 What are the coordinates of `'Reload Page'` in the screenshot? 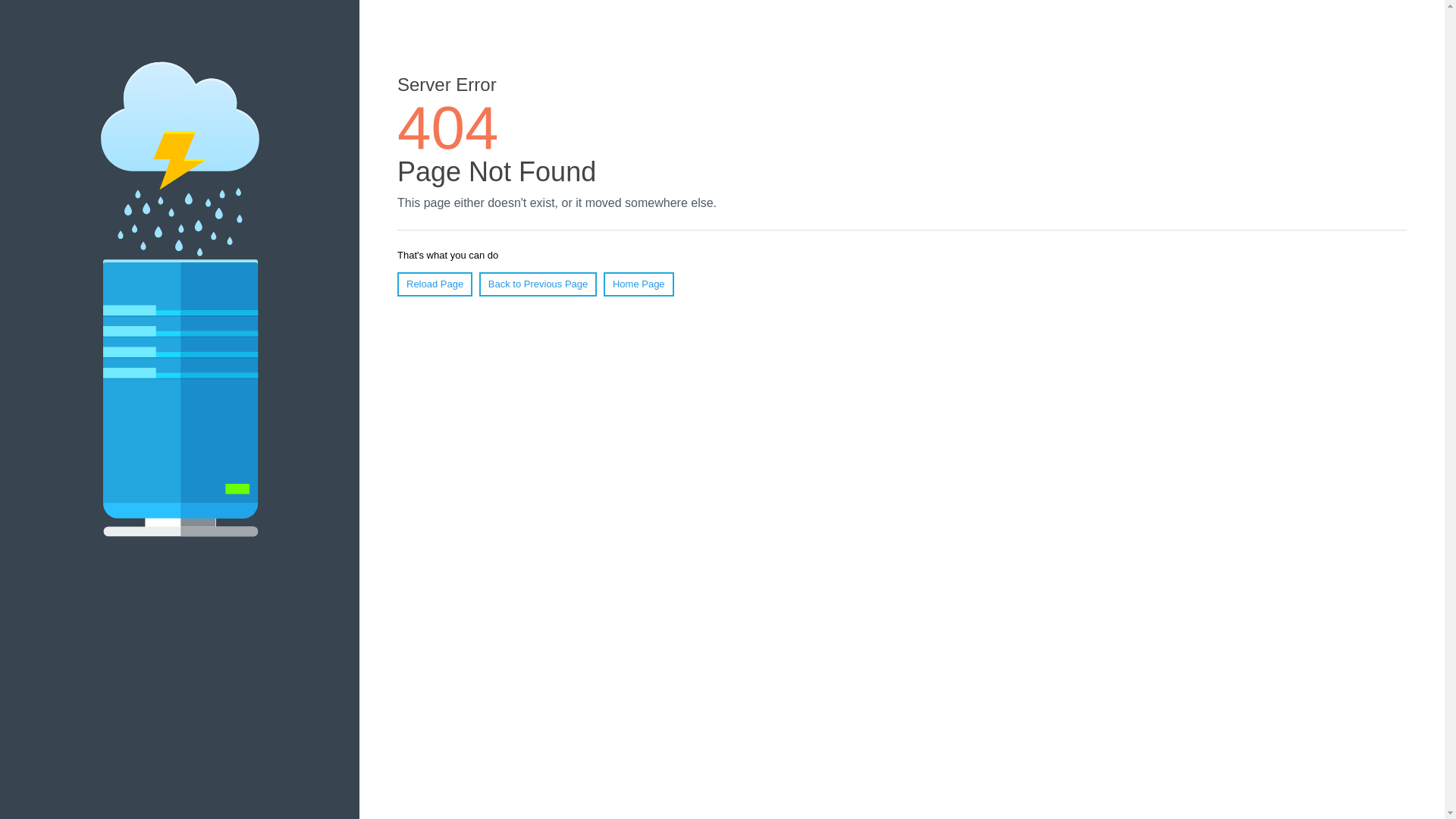 It's located at (434, 284).